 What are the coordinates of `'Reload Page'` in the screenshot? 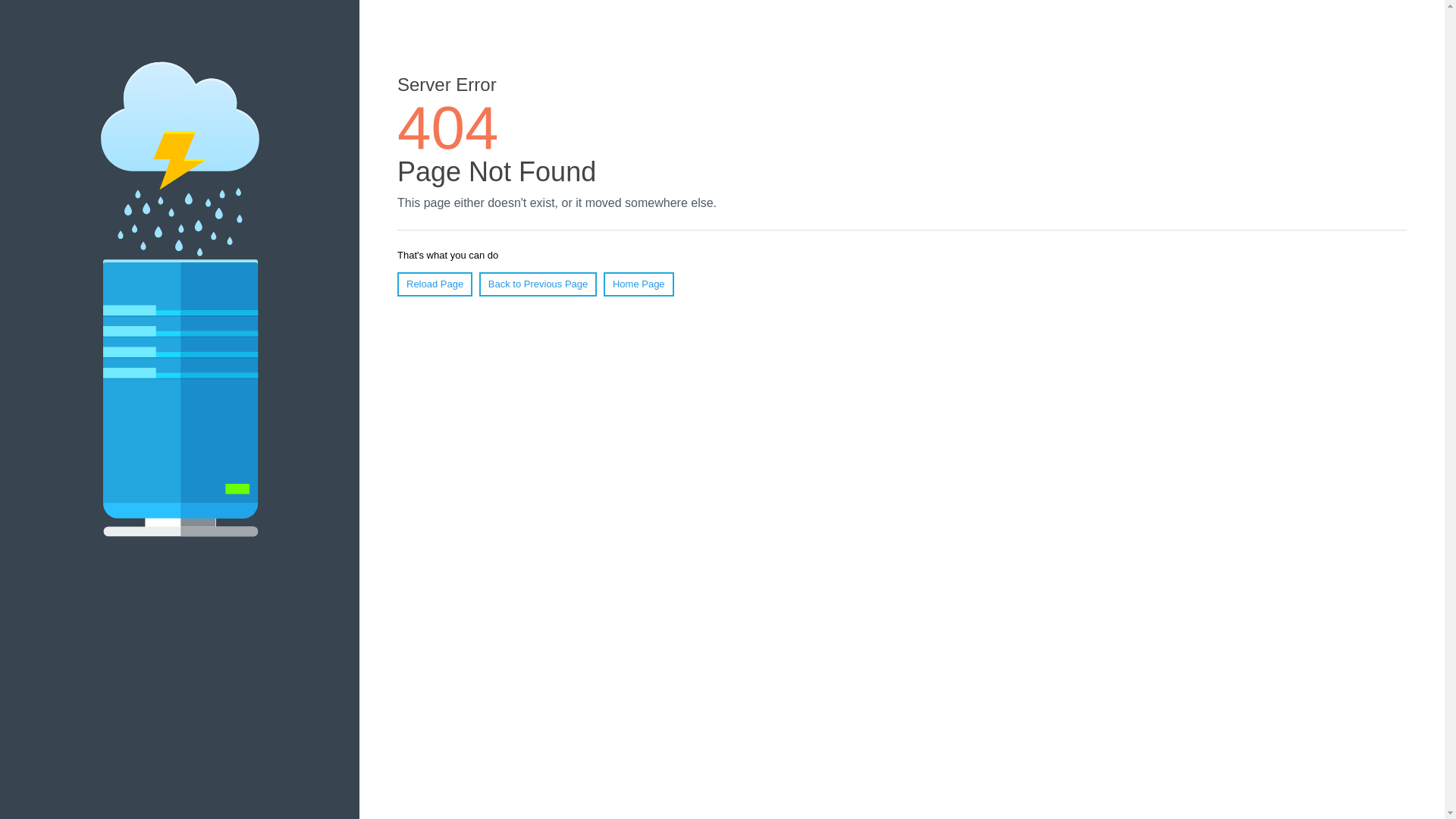 It's located at (434, 284).